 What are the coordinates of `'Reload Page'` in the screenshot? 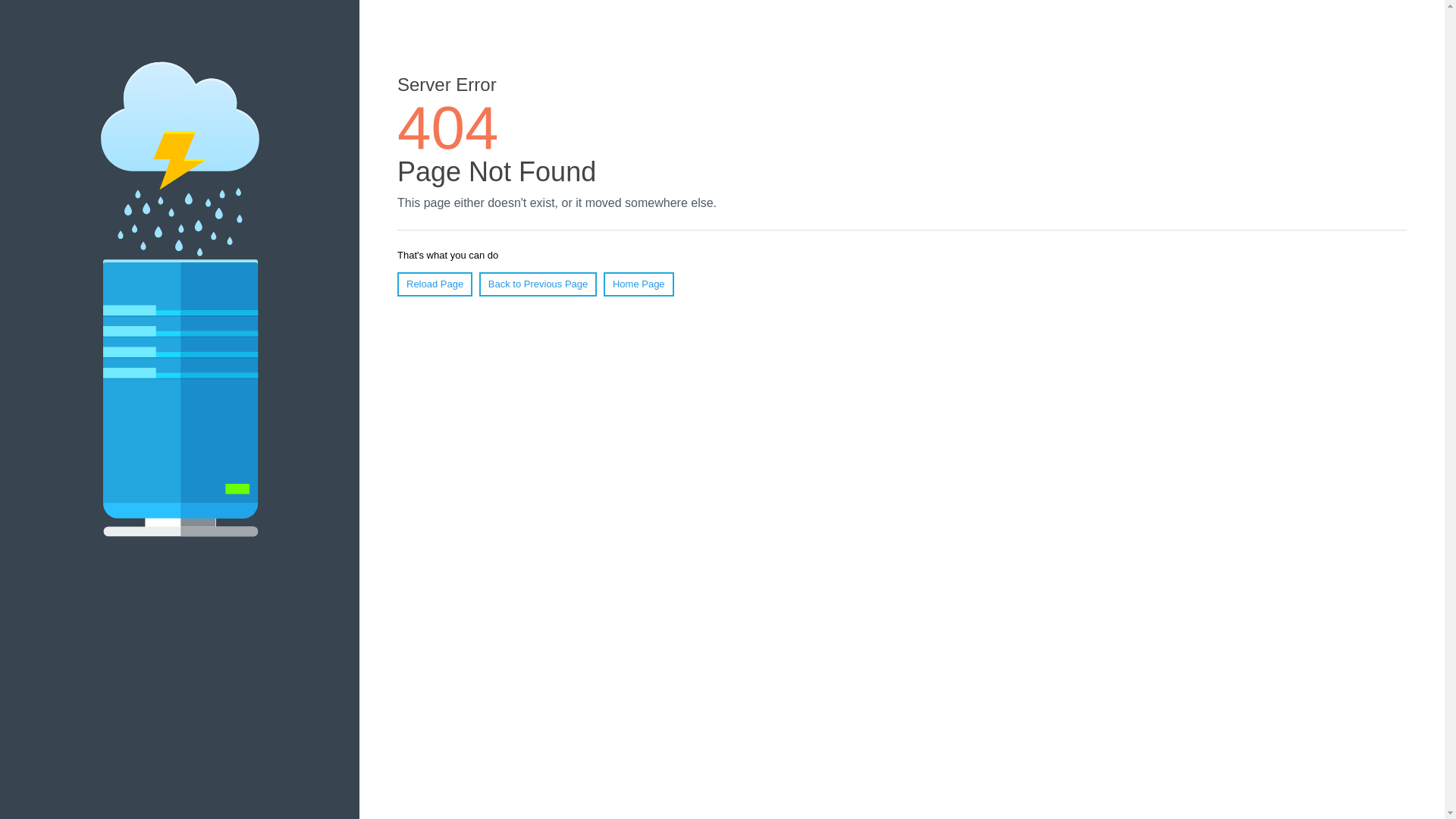 It's located at (434, 284).